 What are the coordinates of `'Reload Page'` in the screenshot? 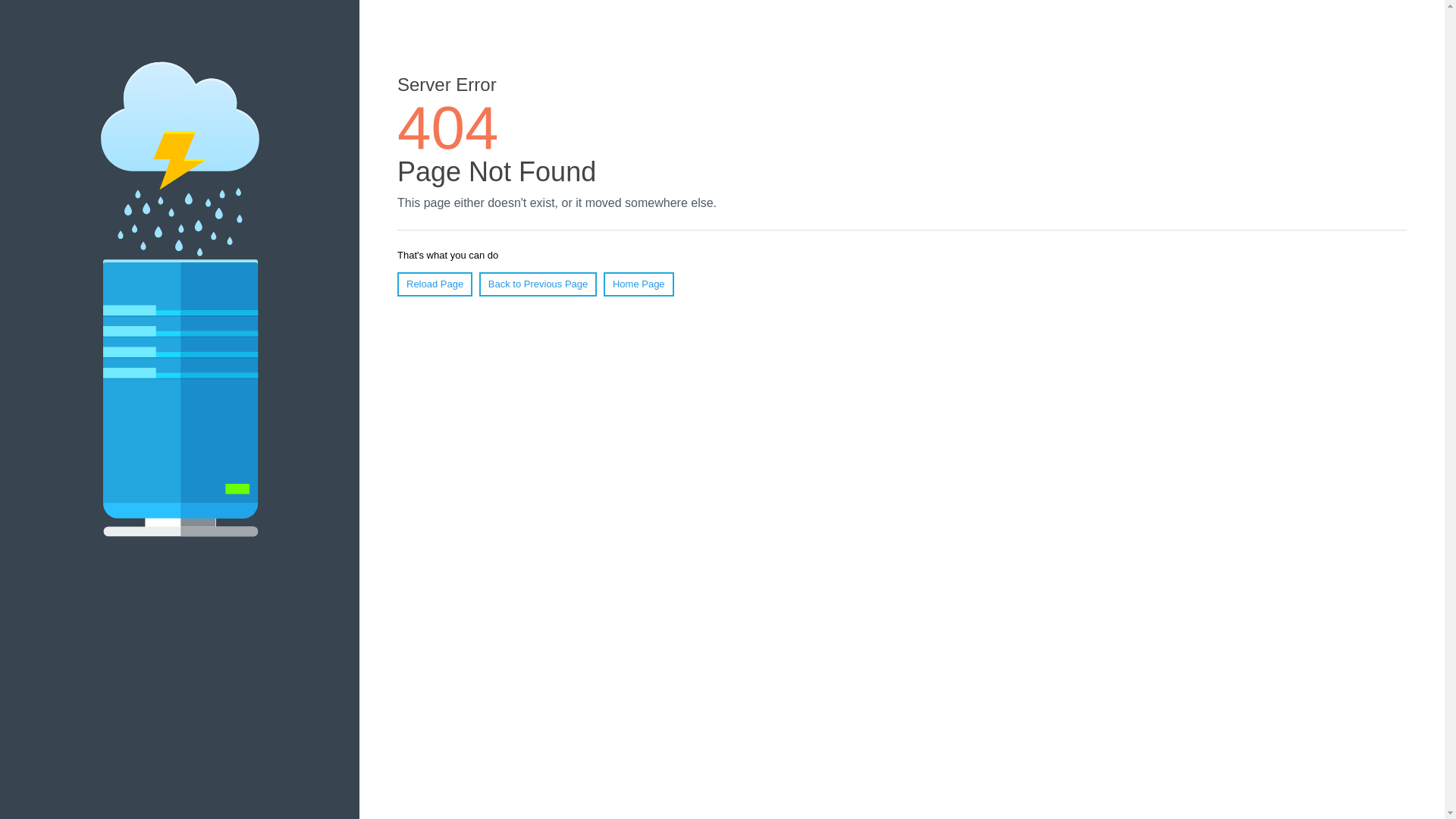 It's located at (434, 284).